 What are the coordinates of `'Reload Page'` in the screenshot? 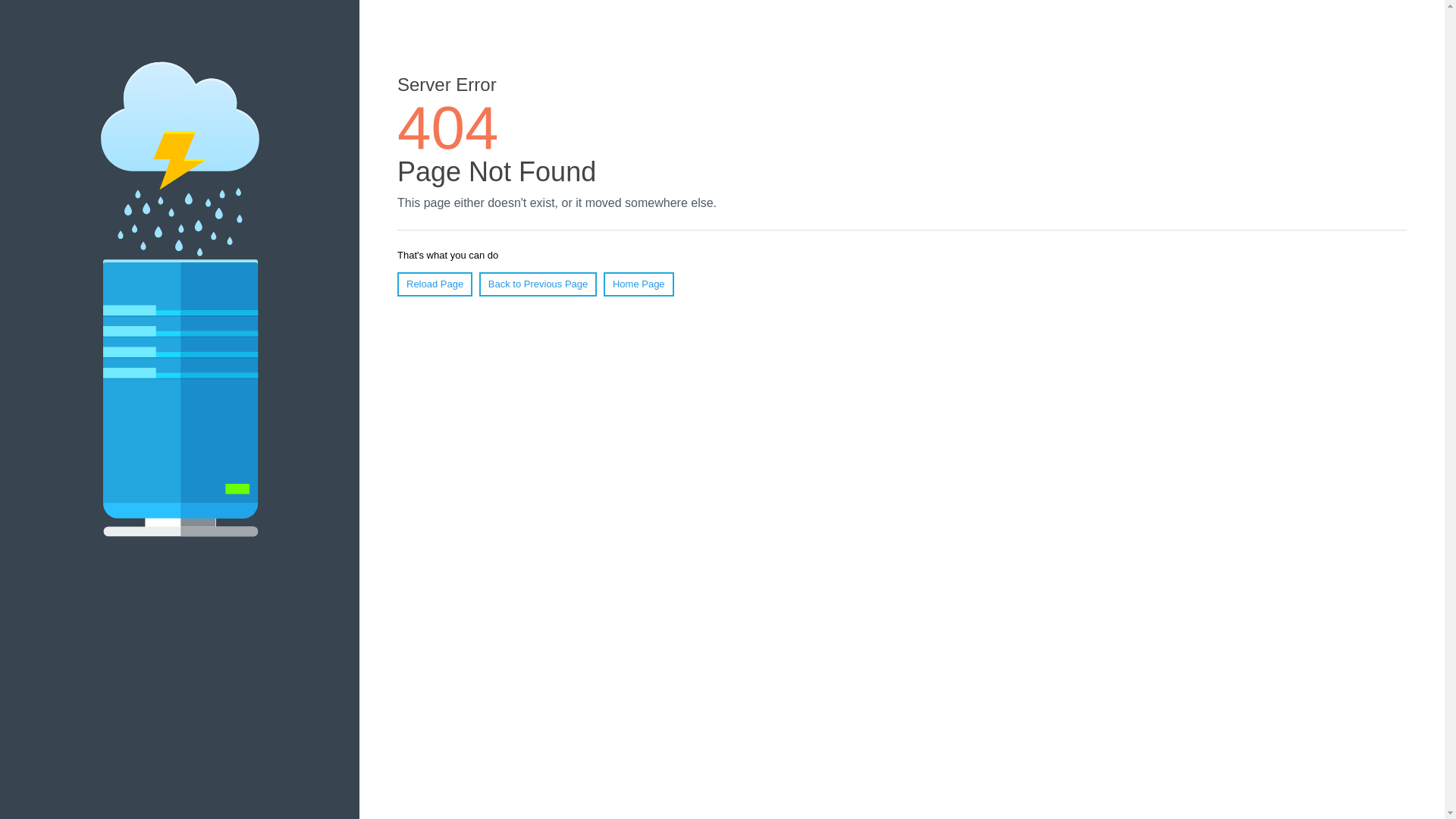 It's located at (434, 284).